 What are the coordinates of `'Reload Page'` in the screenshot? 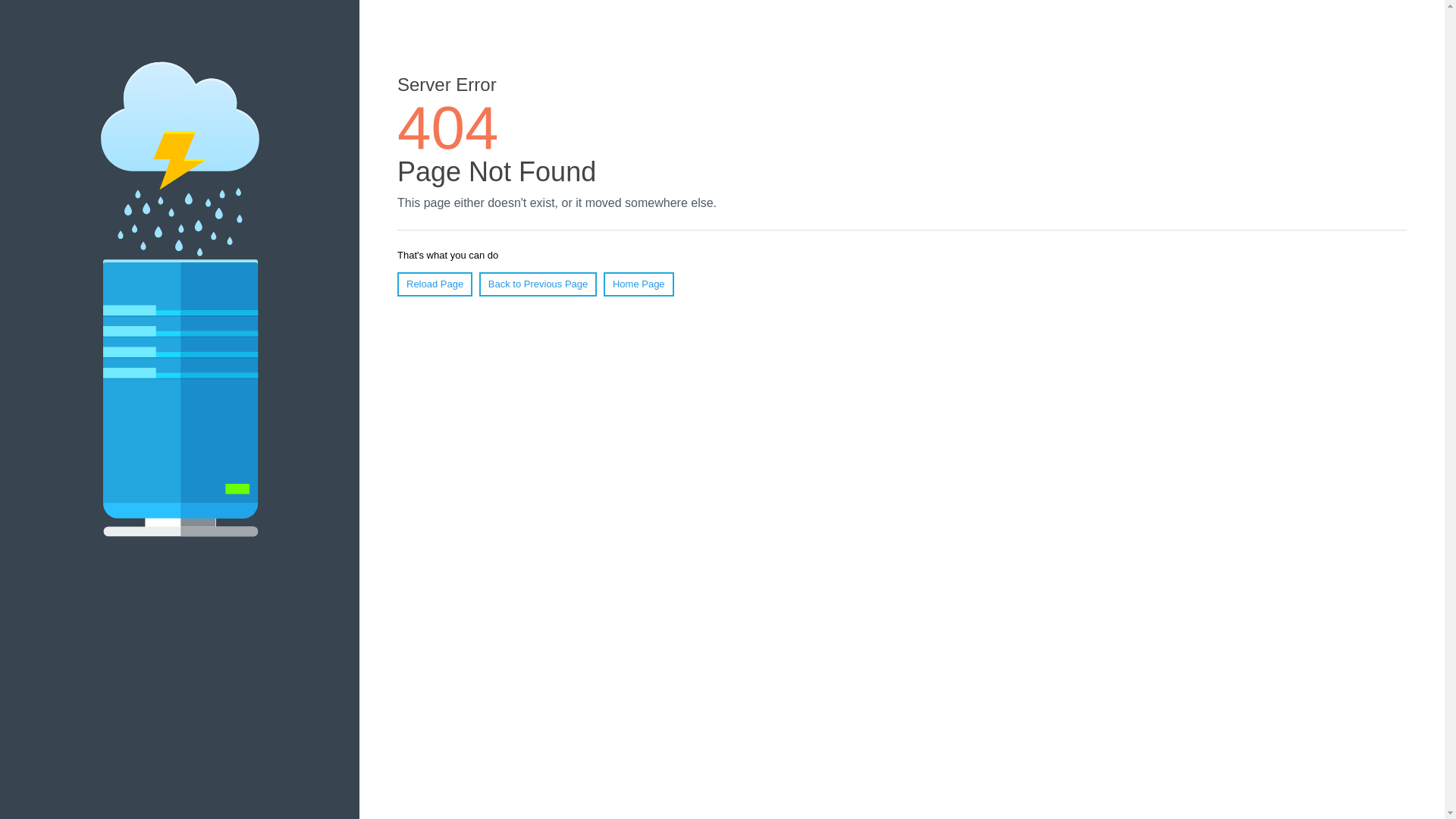 It's located at (434, 284).